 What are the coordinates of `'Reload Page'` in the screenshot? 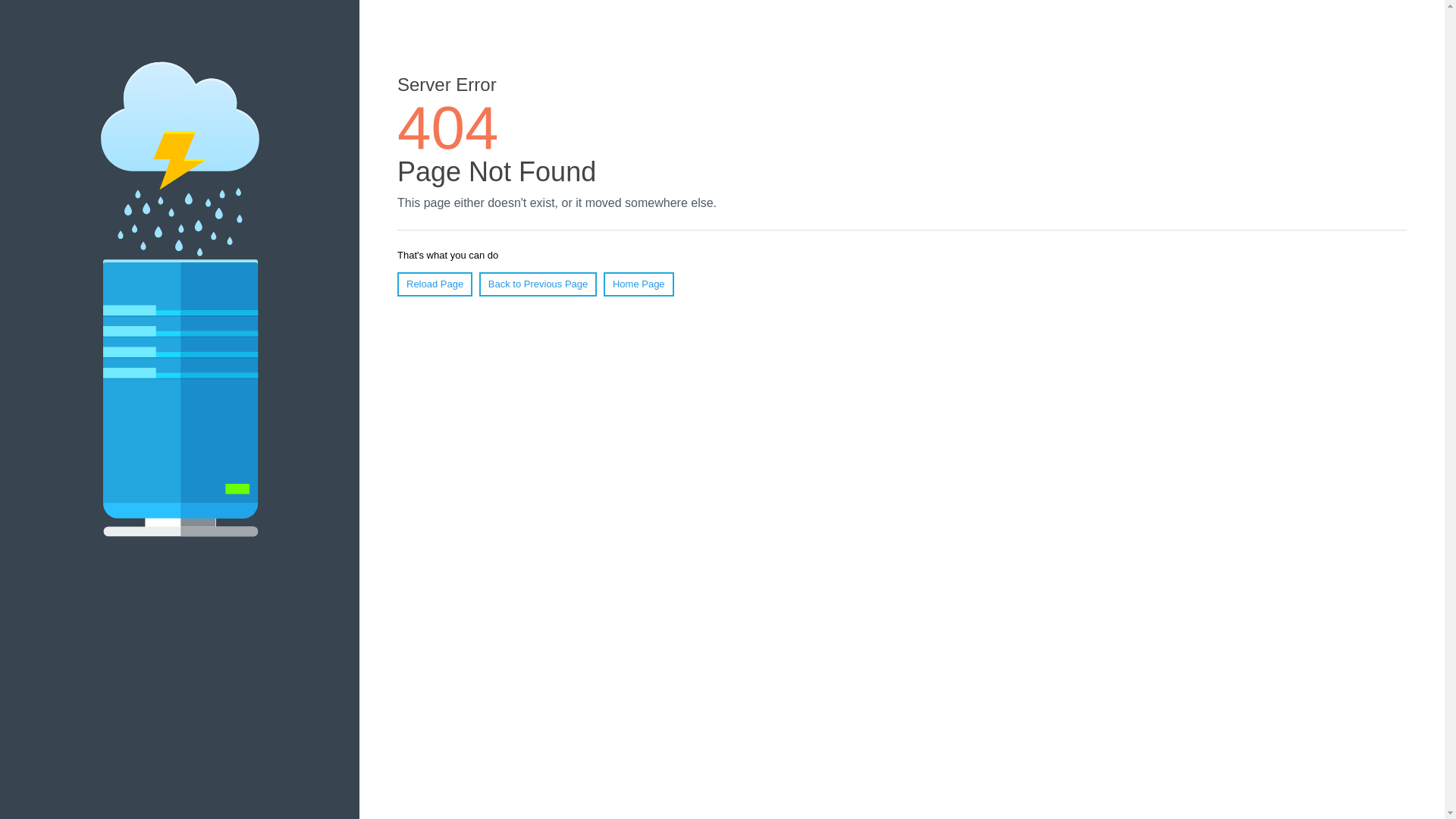 It's located at (434, 284).